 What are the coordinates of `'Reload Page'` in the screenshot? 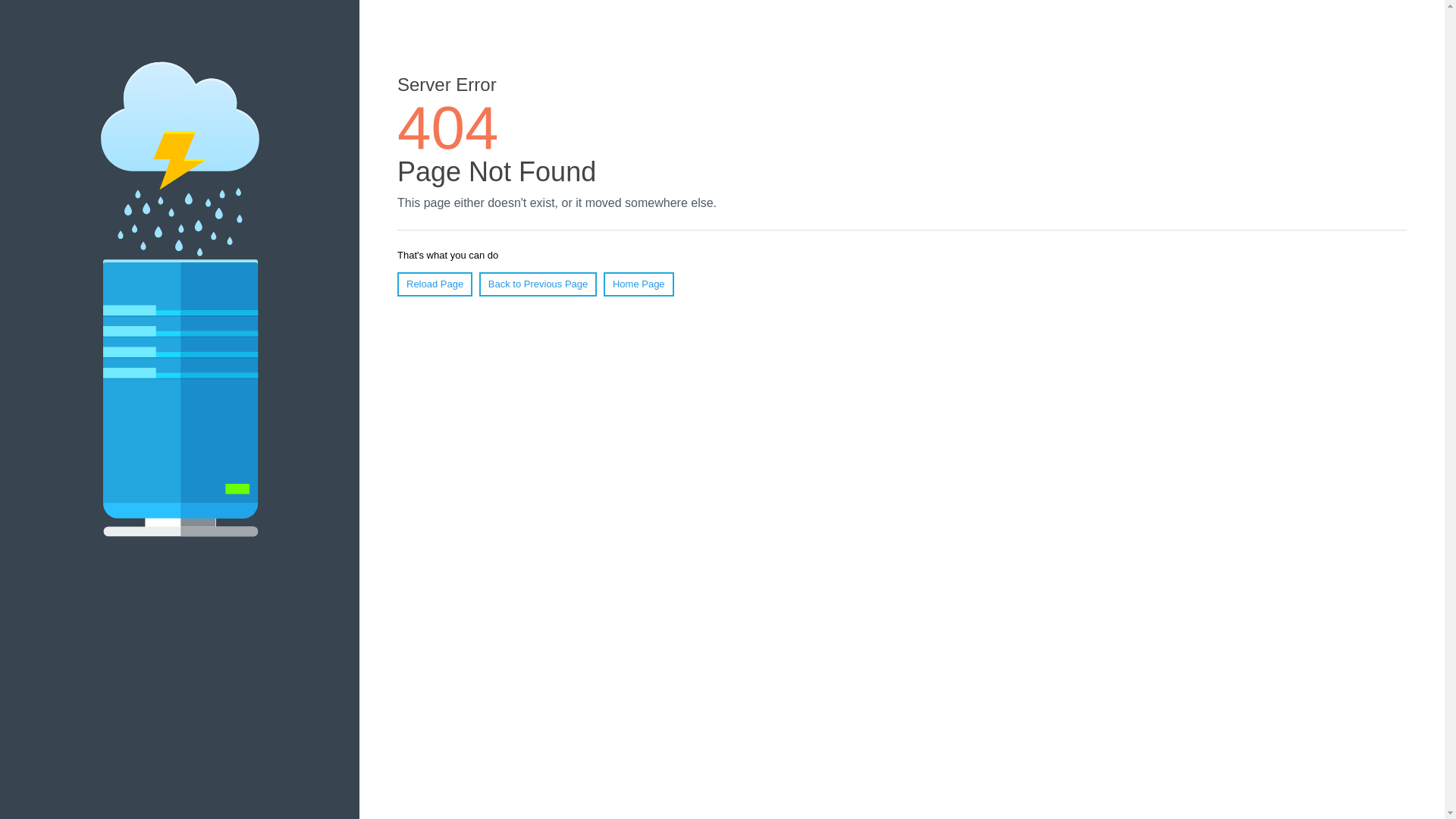 It's located at (434, 284).